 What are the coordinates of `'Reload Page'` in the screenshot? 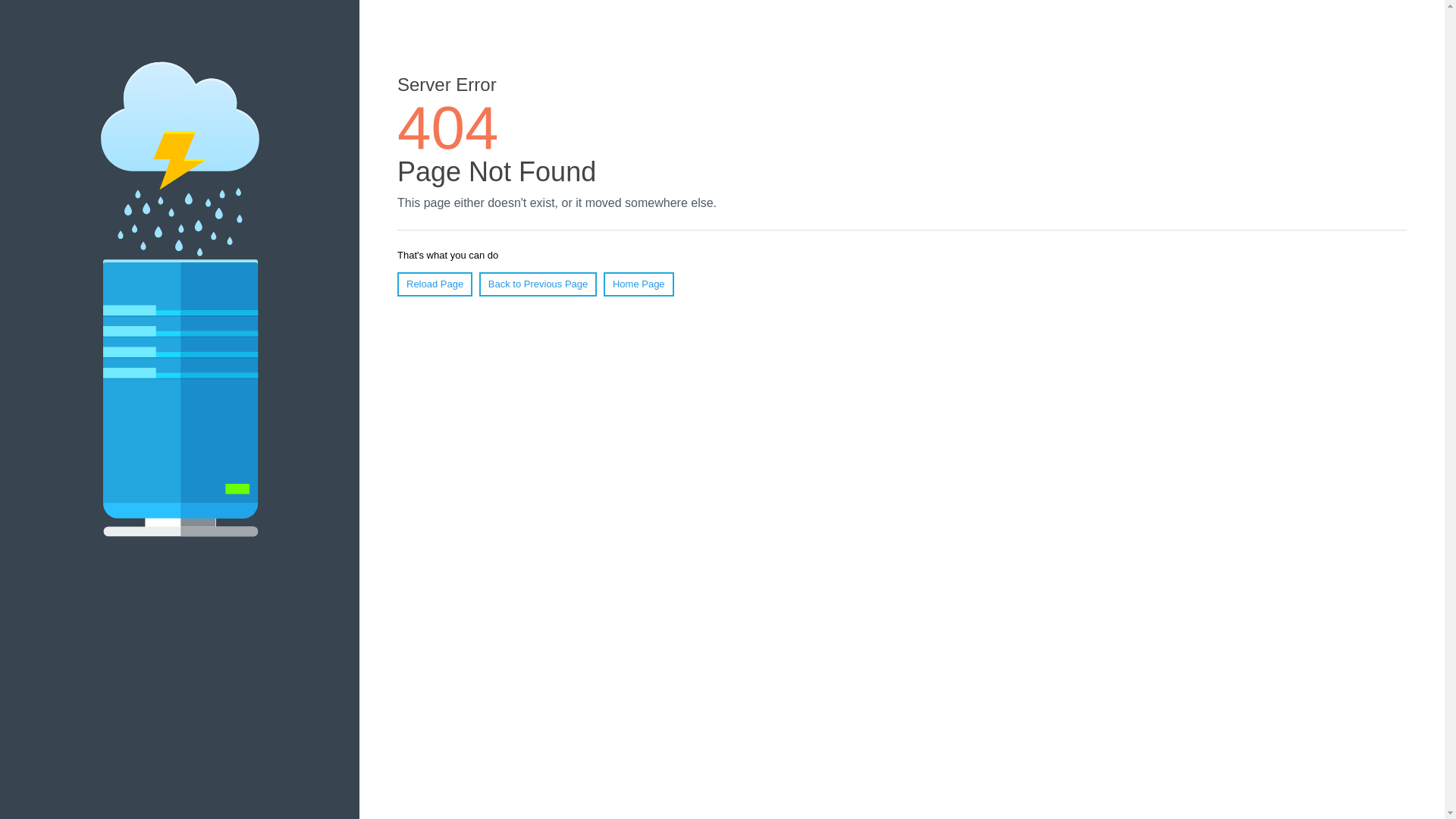 It's located at (434, 284).